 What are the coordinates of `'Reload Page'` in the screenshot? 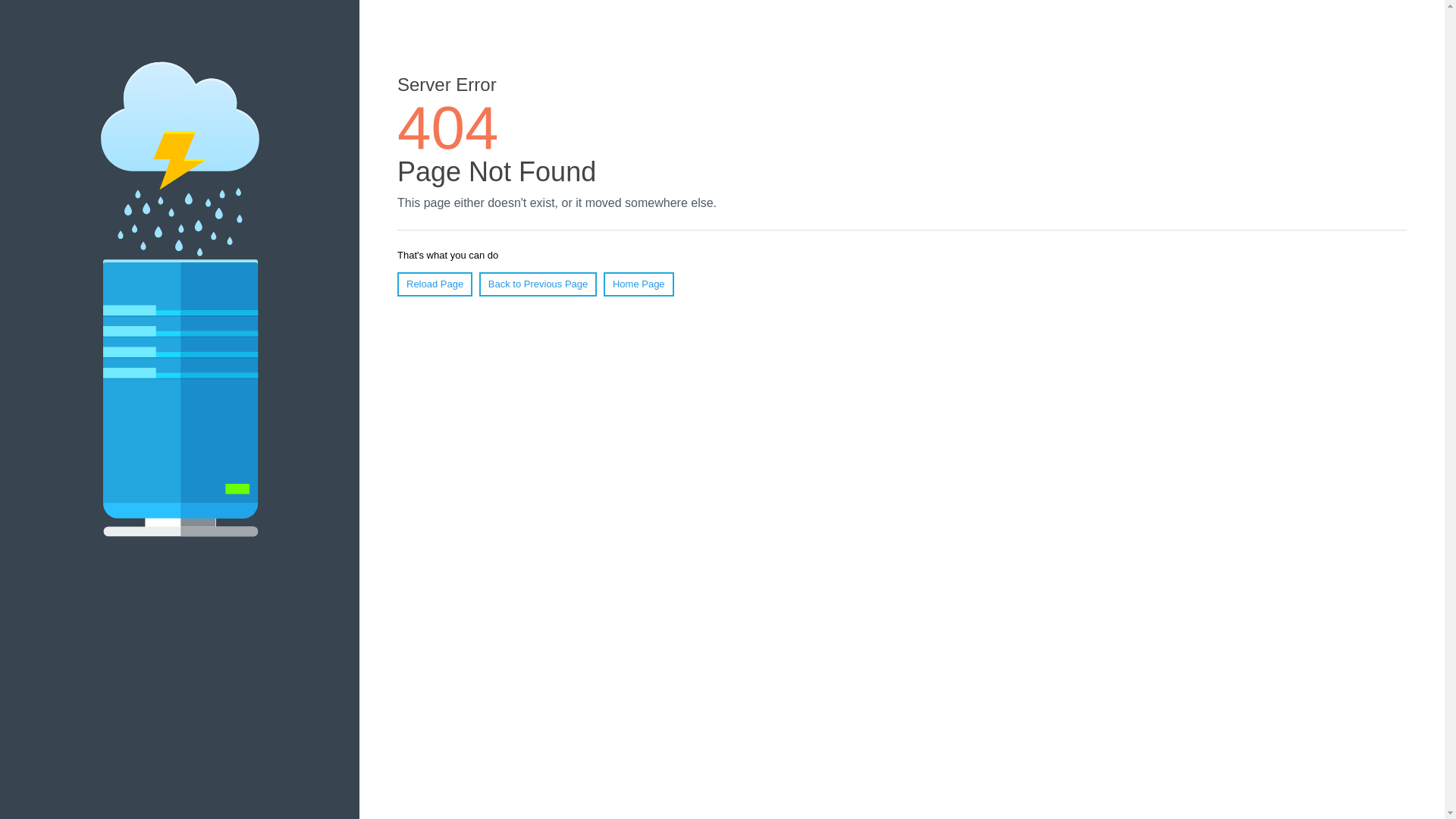 It's located at (434, 284).